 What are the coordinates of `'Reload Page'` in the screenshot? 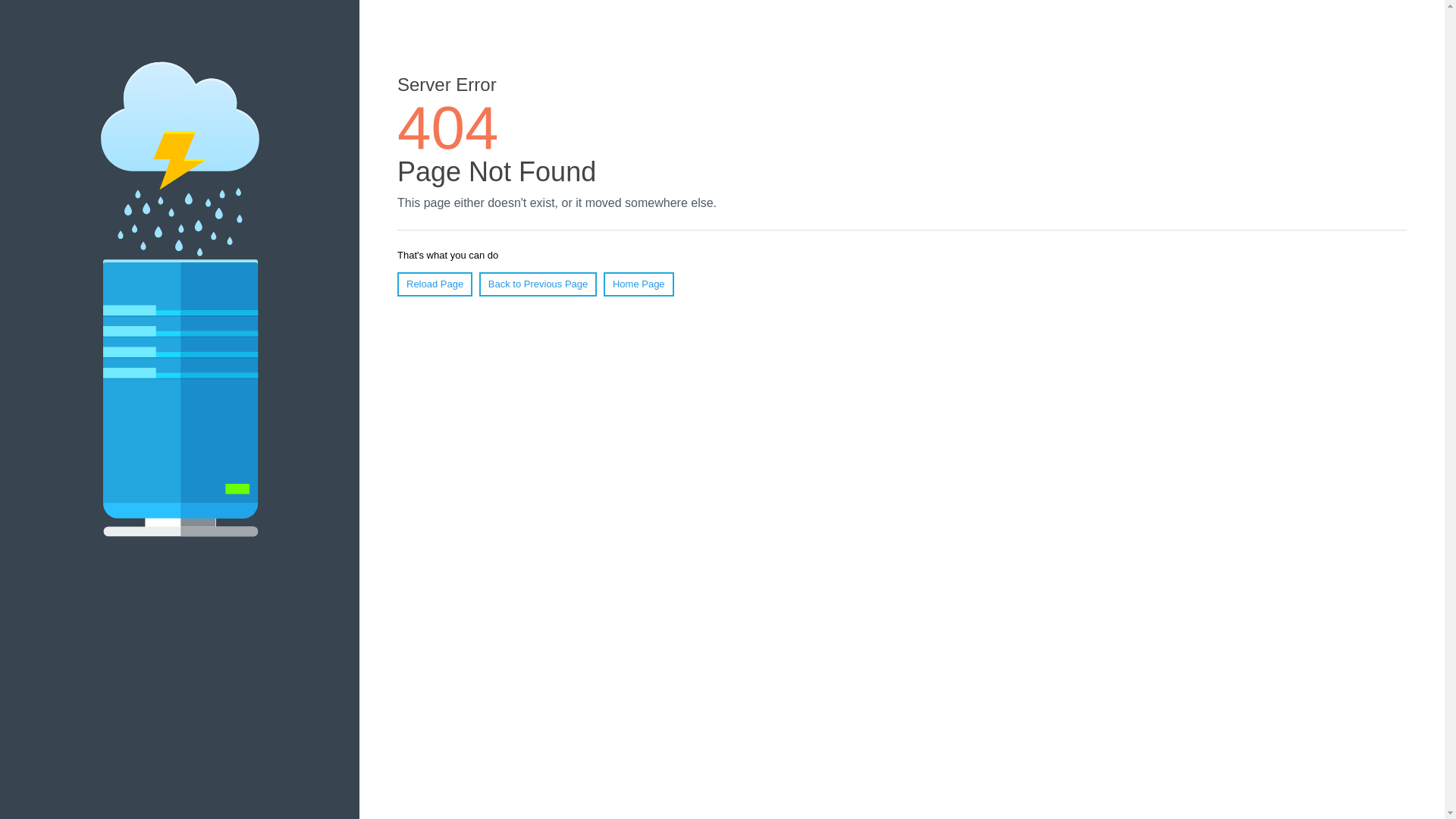 It's located at (434, 284).